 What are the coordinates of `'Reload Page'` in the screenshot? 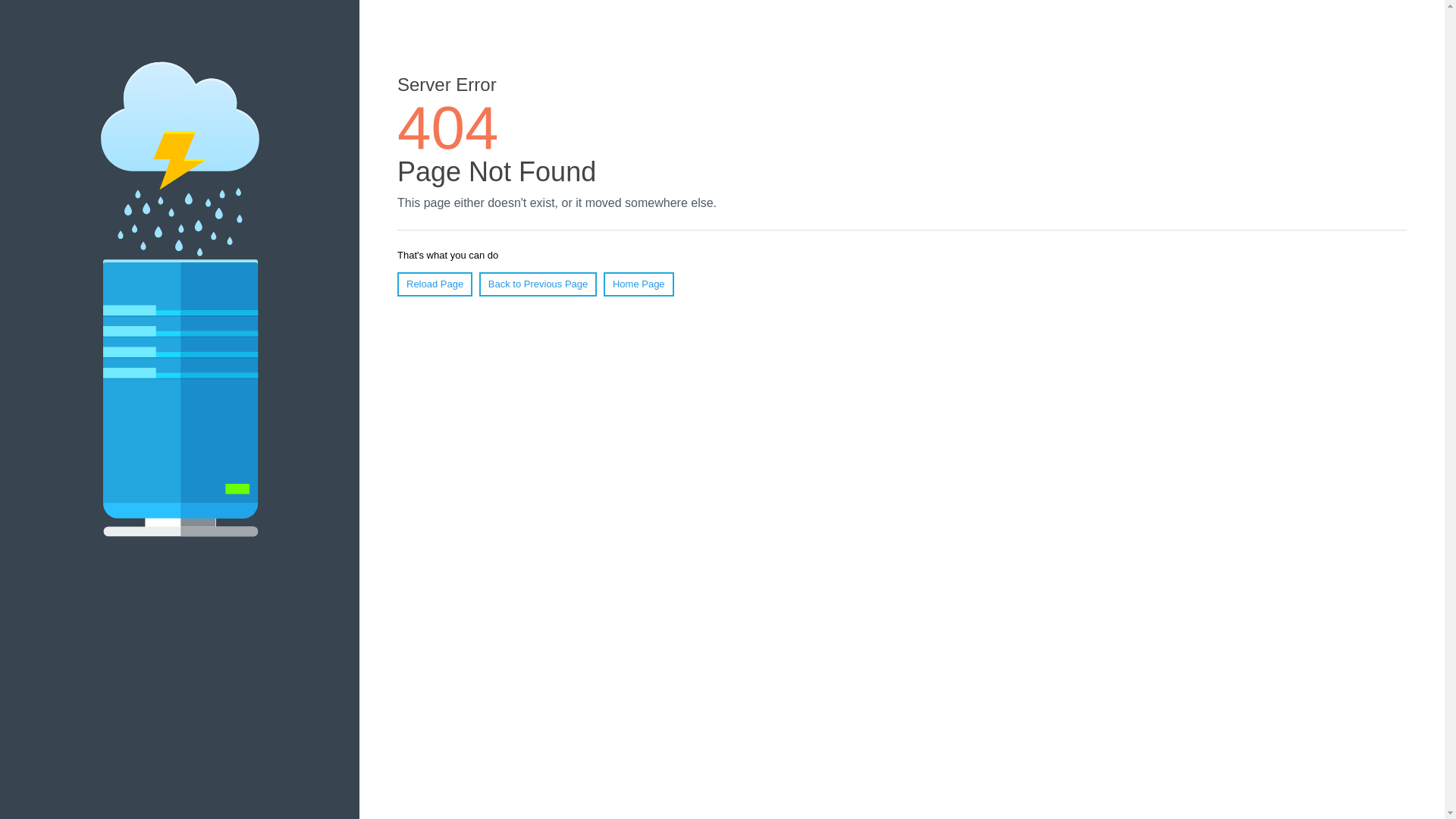 It's located at (434, 284).